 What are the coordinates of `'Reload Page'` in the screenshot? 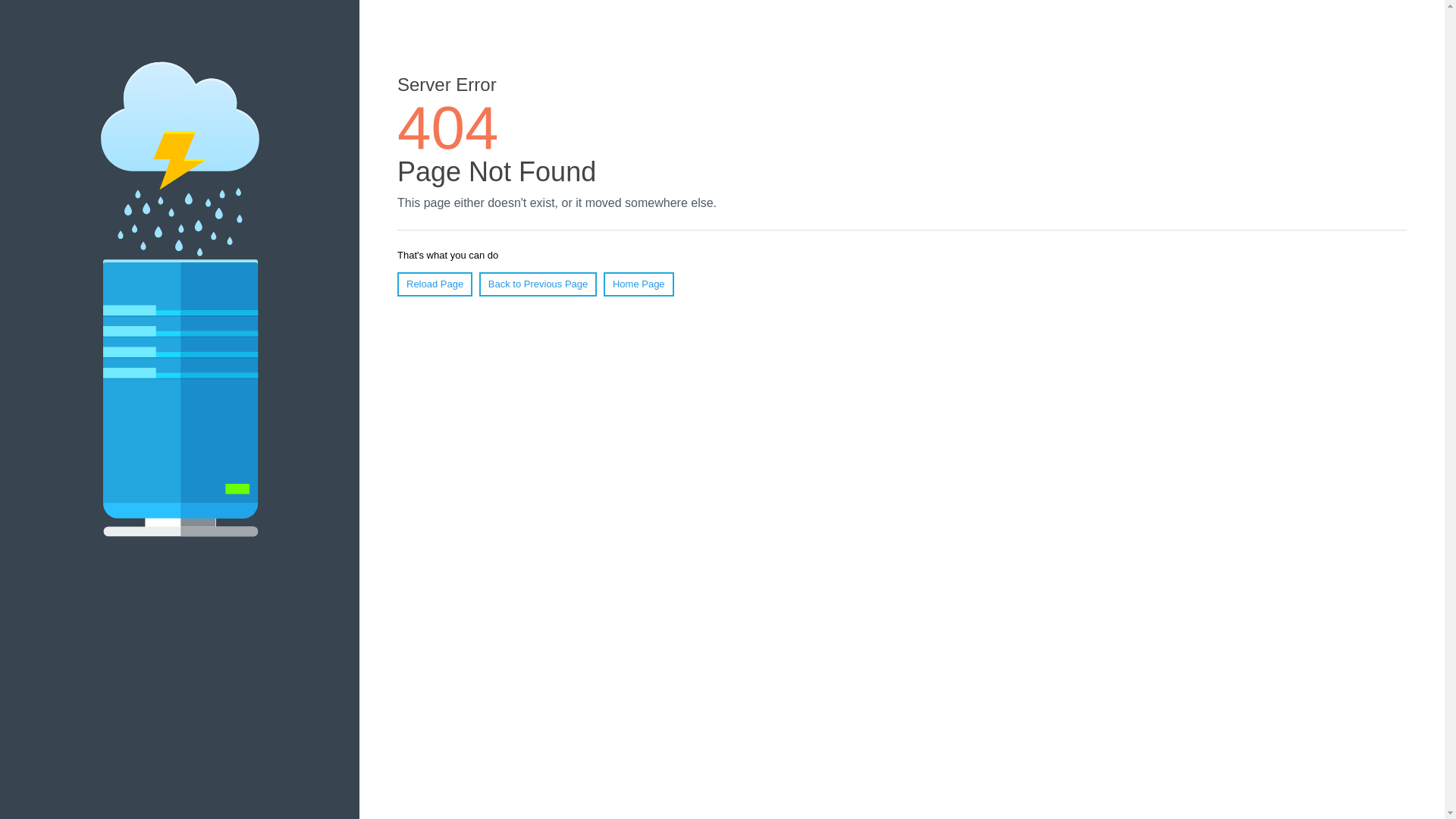 It's located at (434, 284).